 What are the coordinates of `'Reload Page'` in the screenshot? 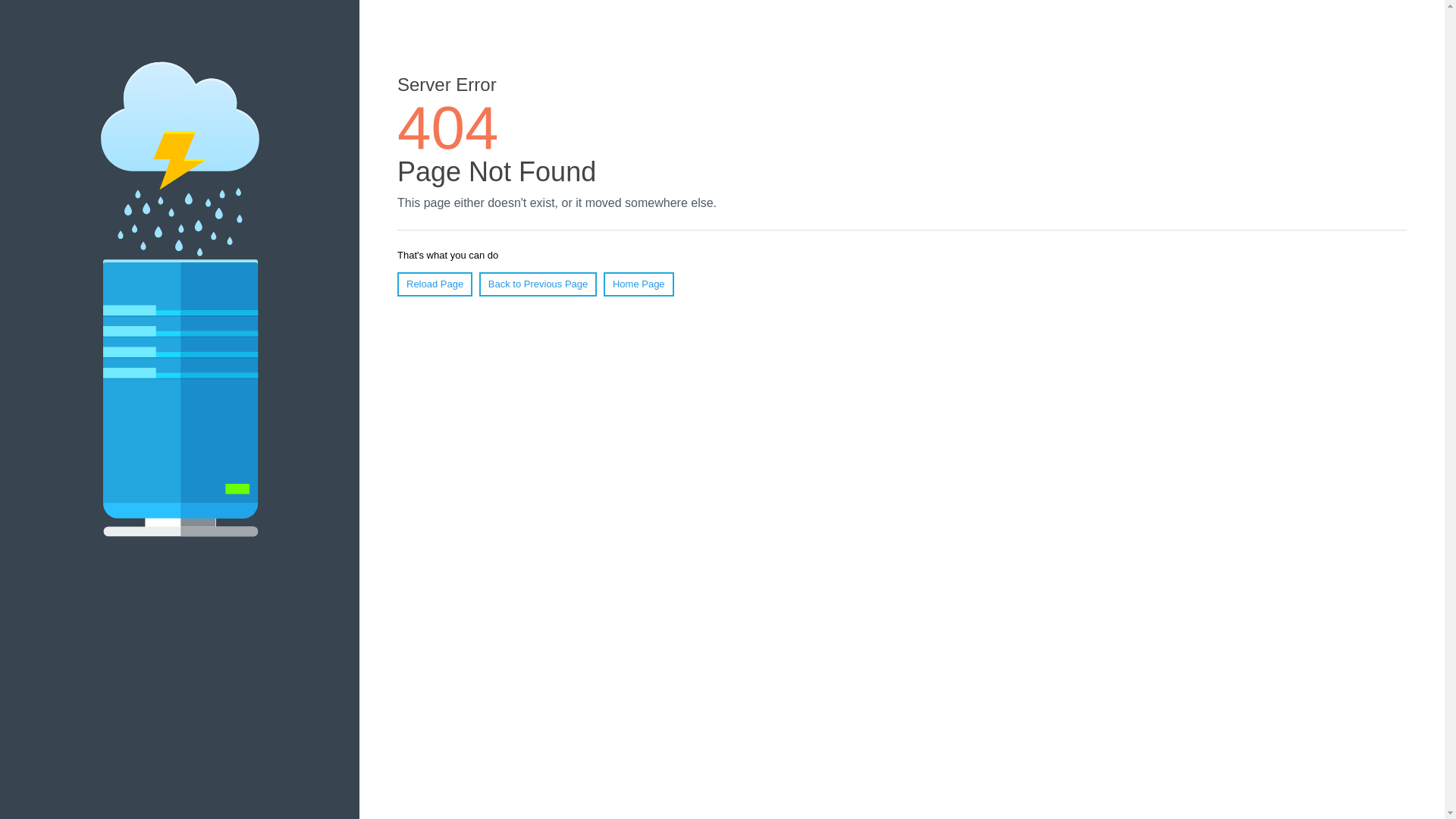 It's located at (434, 284).